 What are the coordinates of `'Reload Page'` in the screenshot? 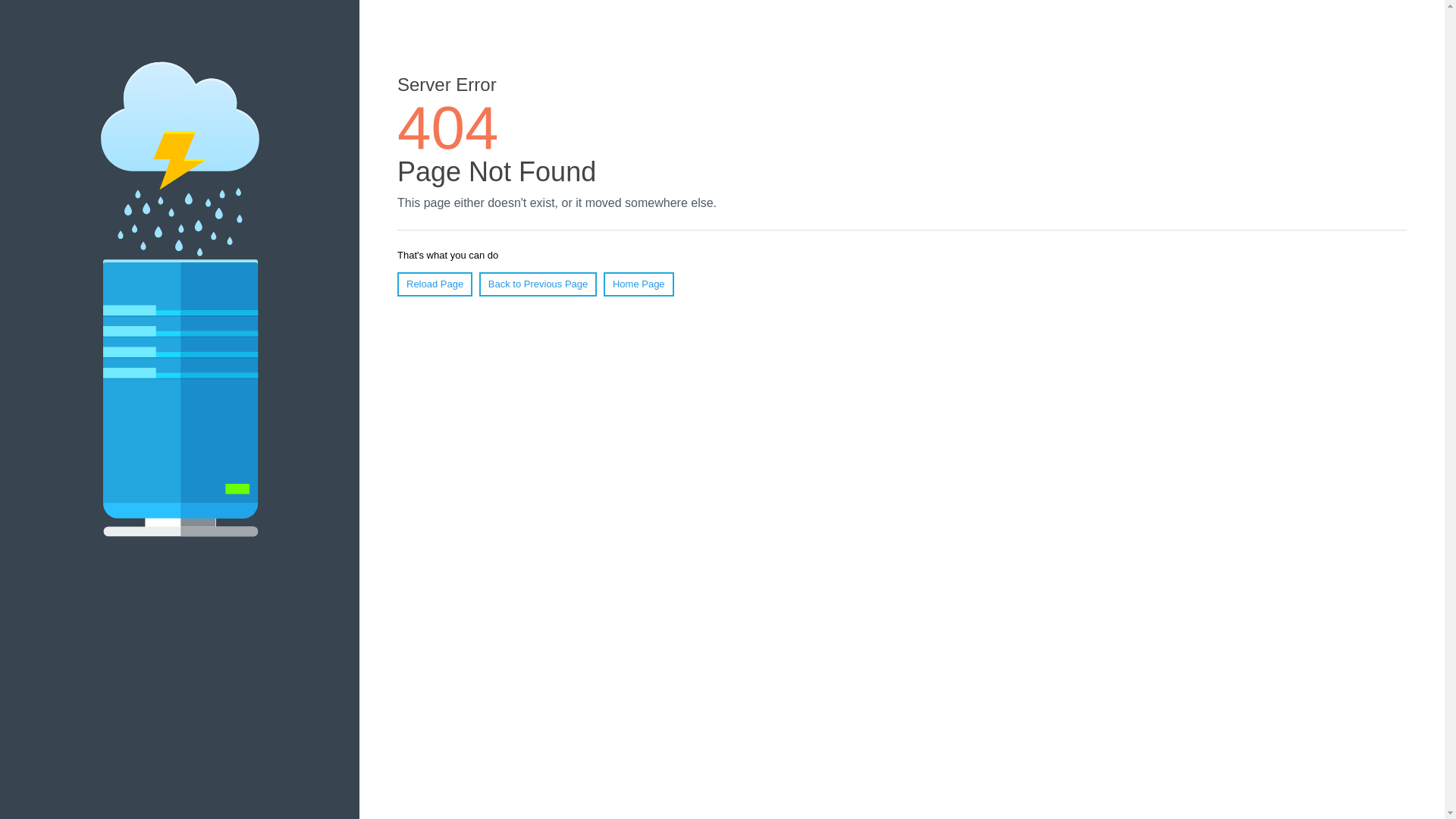 It's located at (434, 284).